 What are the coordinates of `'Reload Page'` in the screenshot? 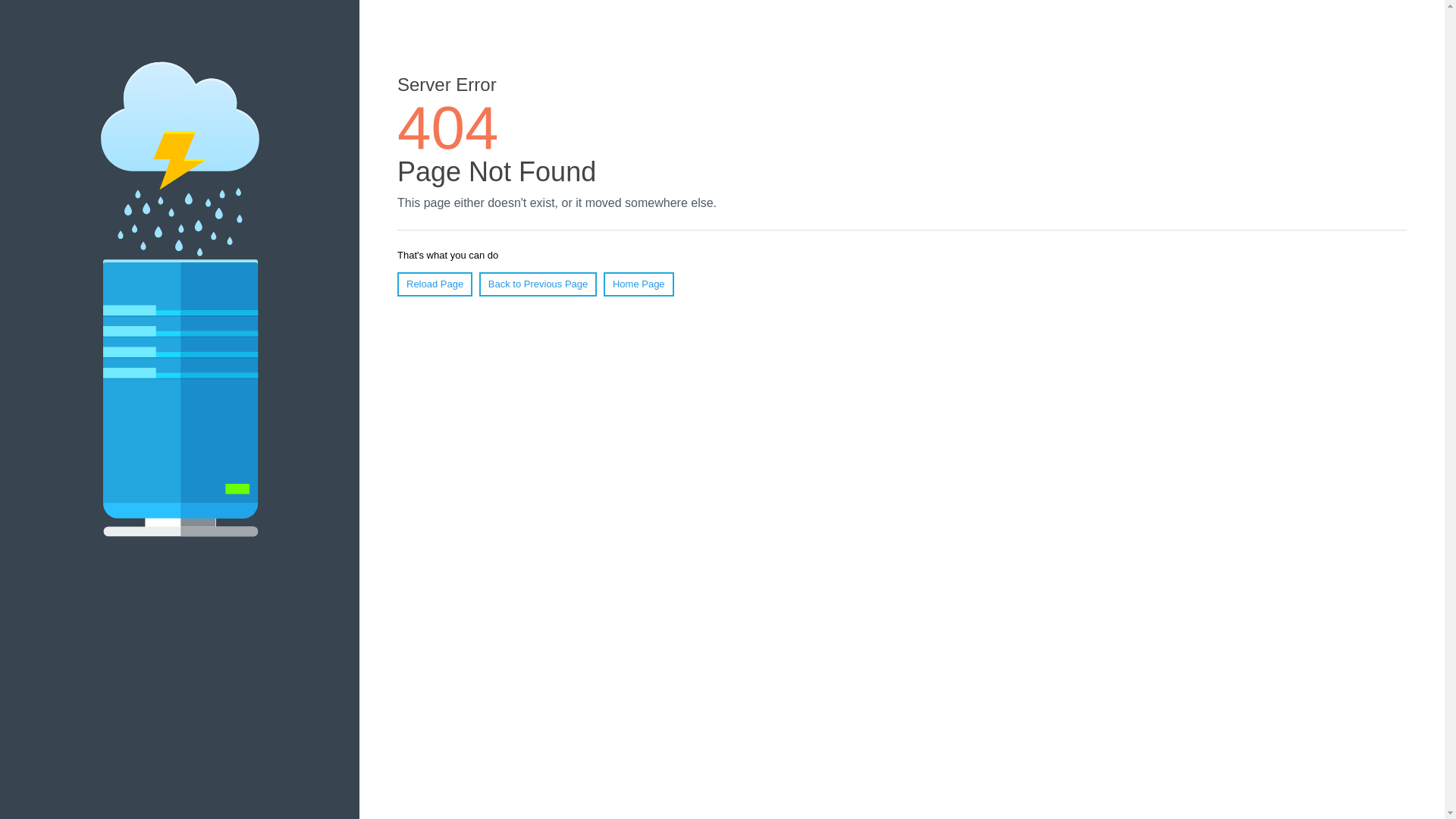 It's located at (434, 284).